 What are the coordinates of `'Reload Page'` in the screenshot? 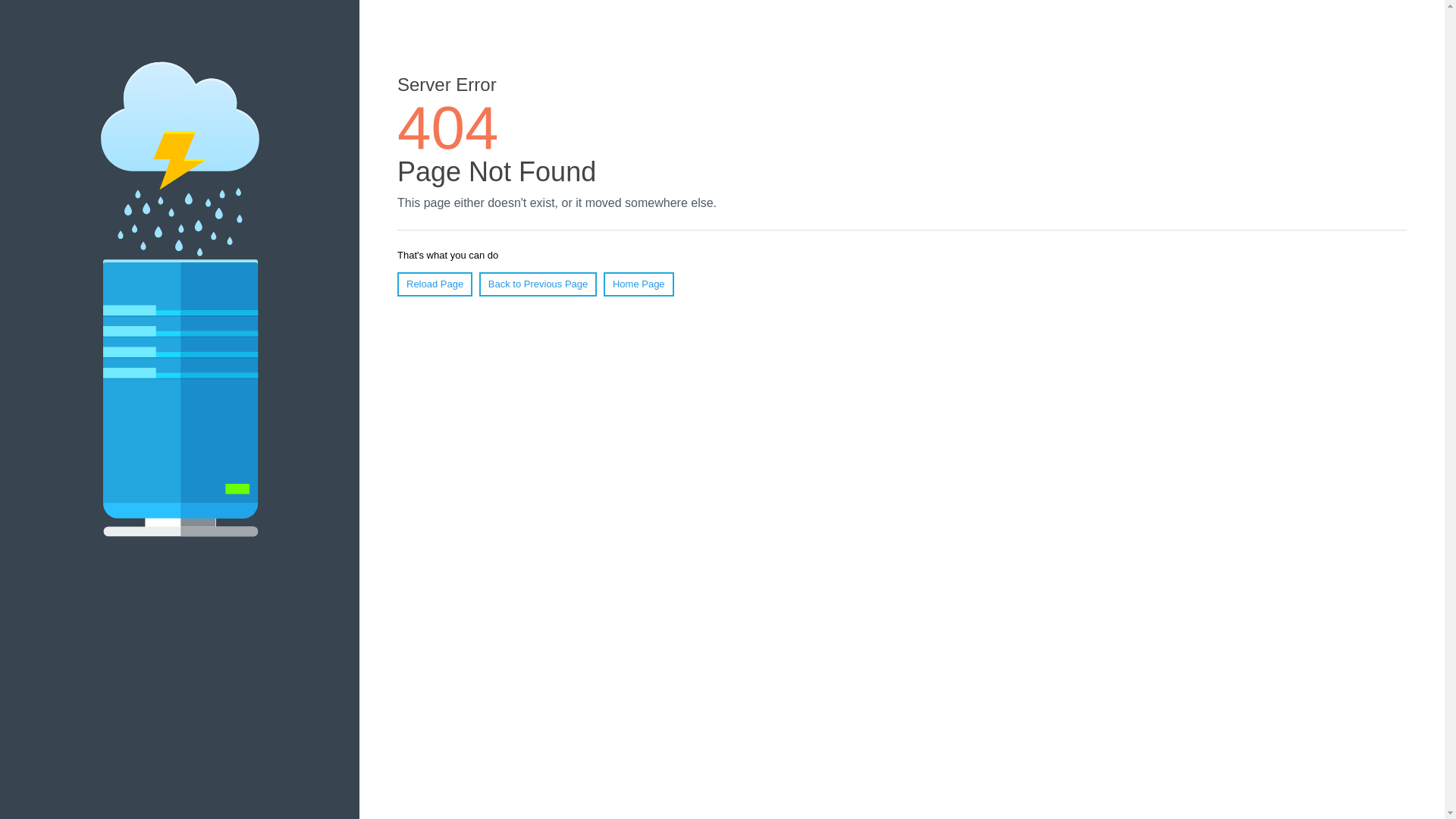 It's located at (434, 284).